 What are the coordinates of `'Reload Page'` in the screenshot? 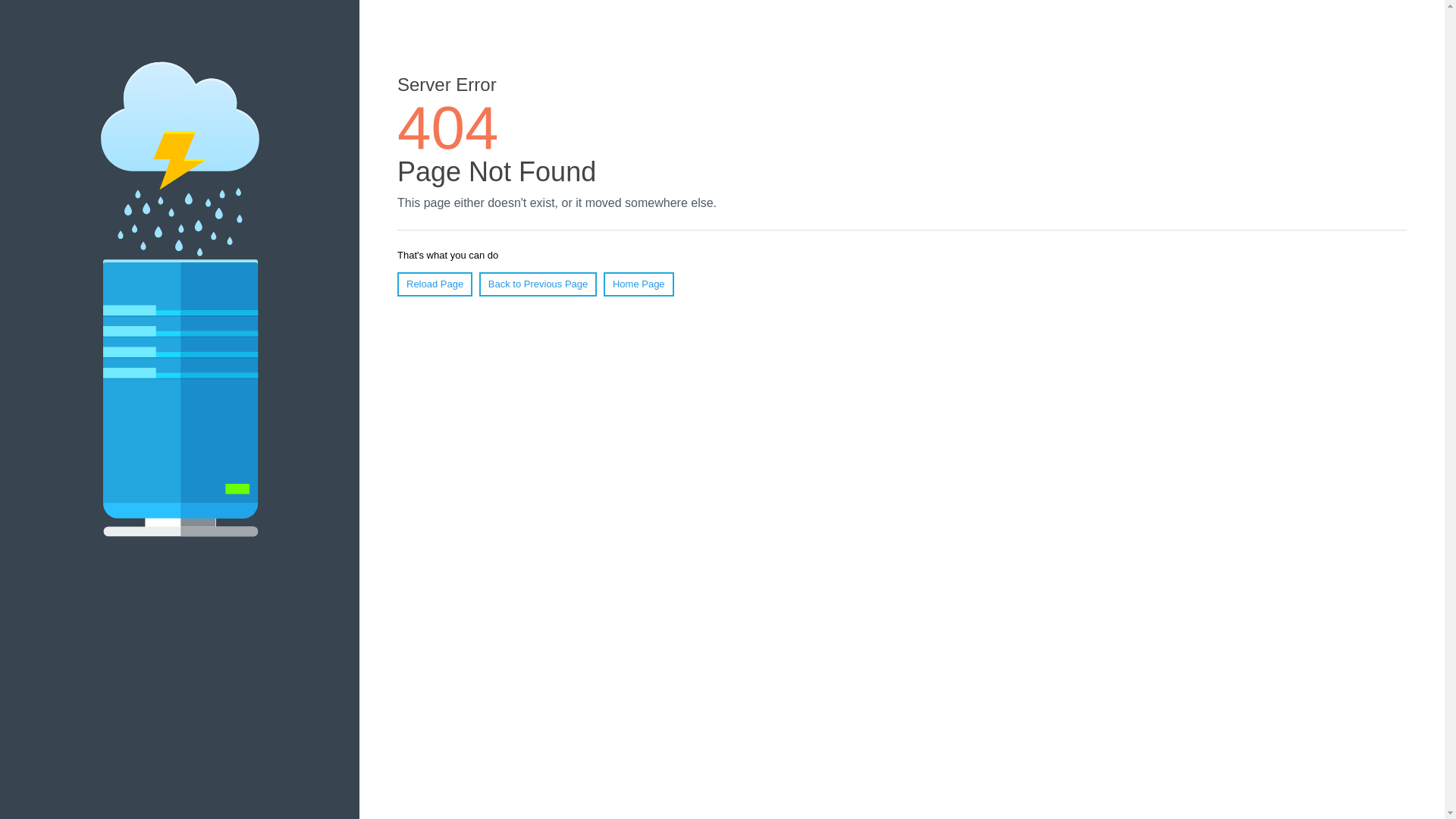 It's located at (434, 284).